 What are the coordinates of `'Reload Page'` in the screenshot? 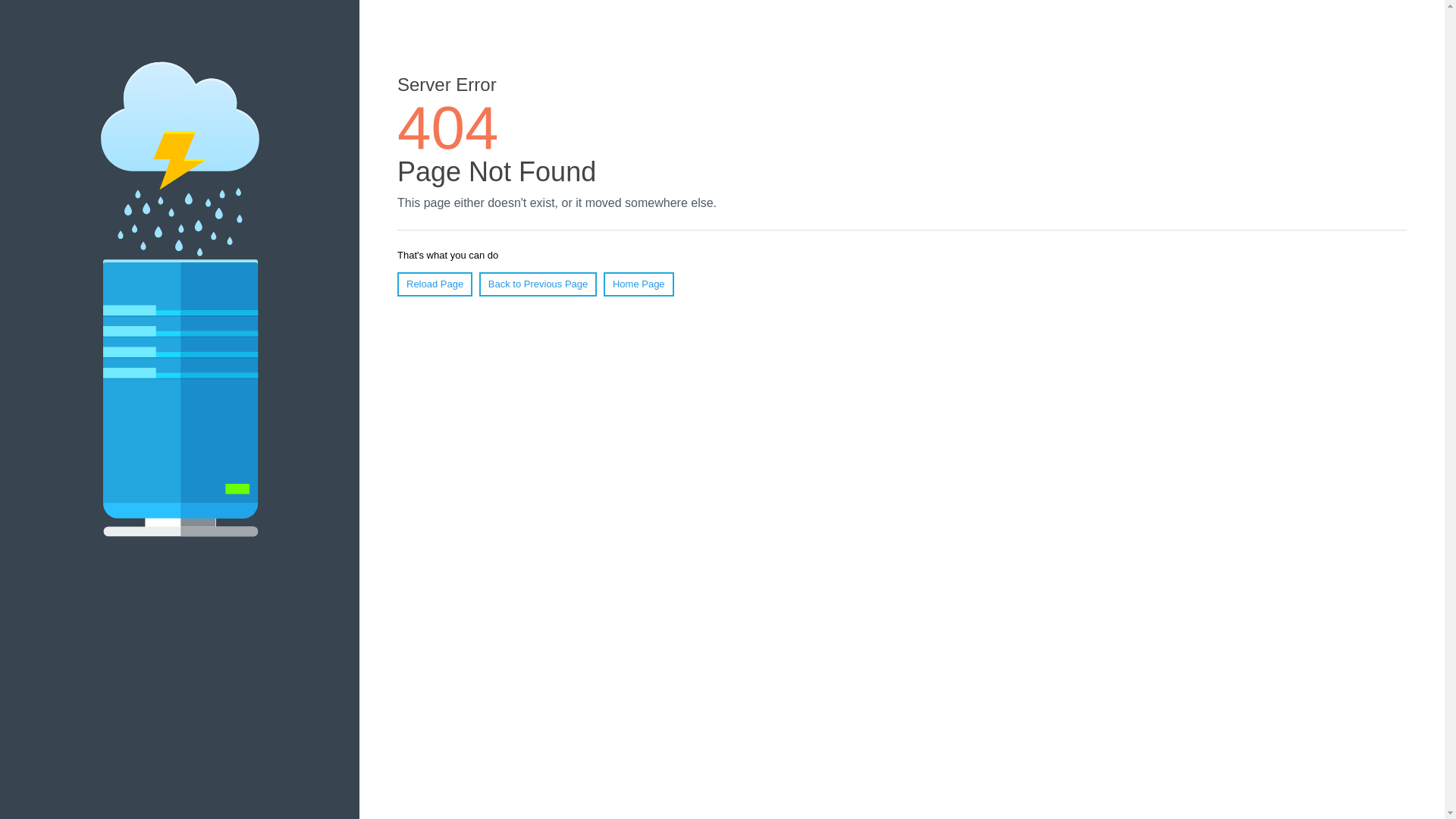 It's located at (434, 284).